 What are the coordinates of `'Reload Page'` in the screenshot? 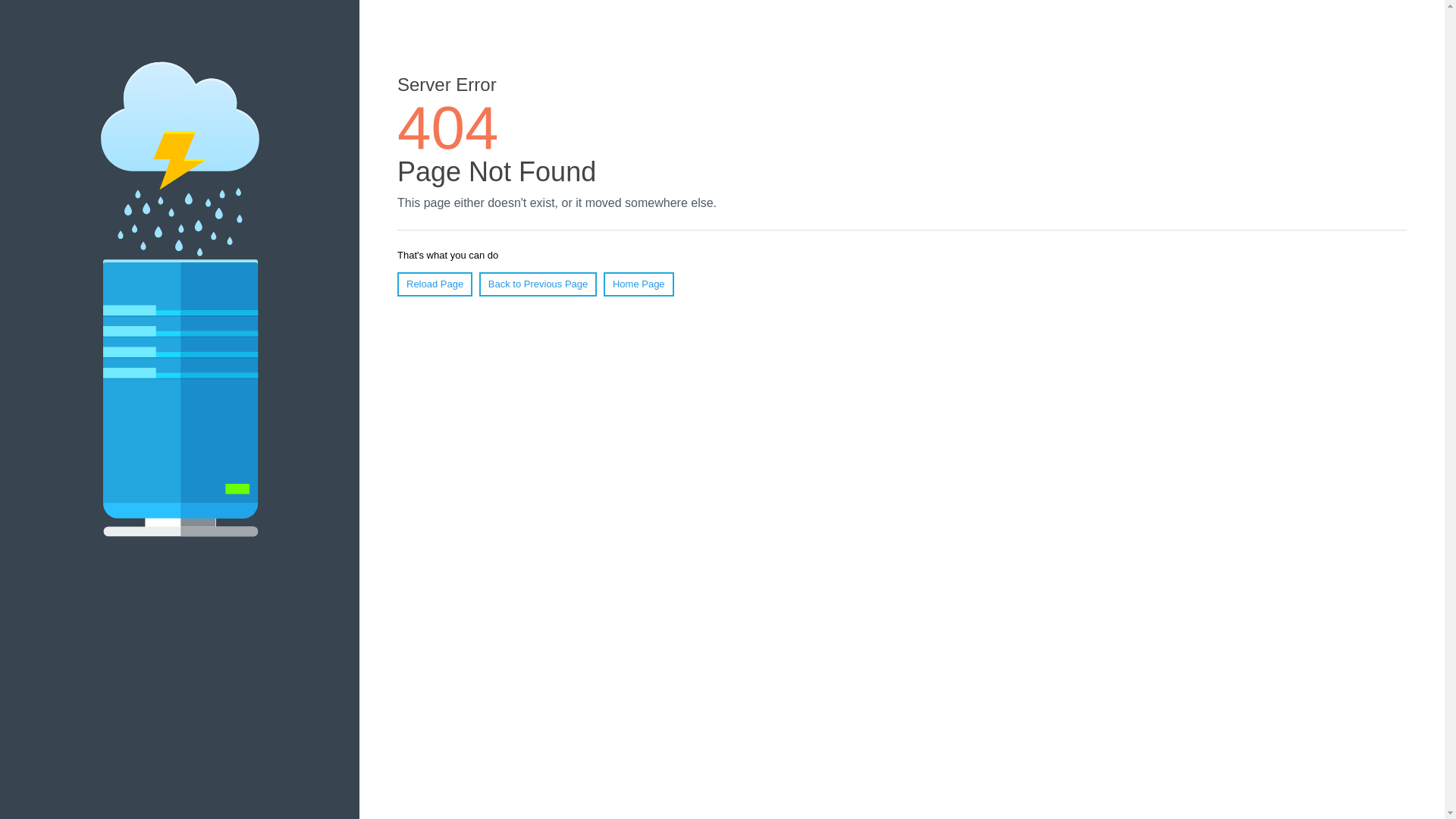 It's located at (434, 284).